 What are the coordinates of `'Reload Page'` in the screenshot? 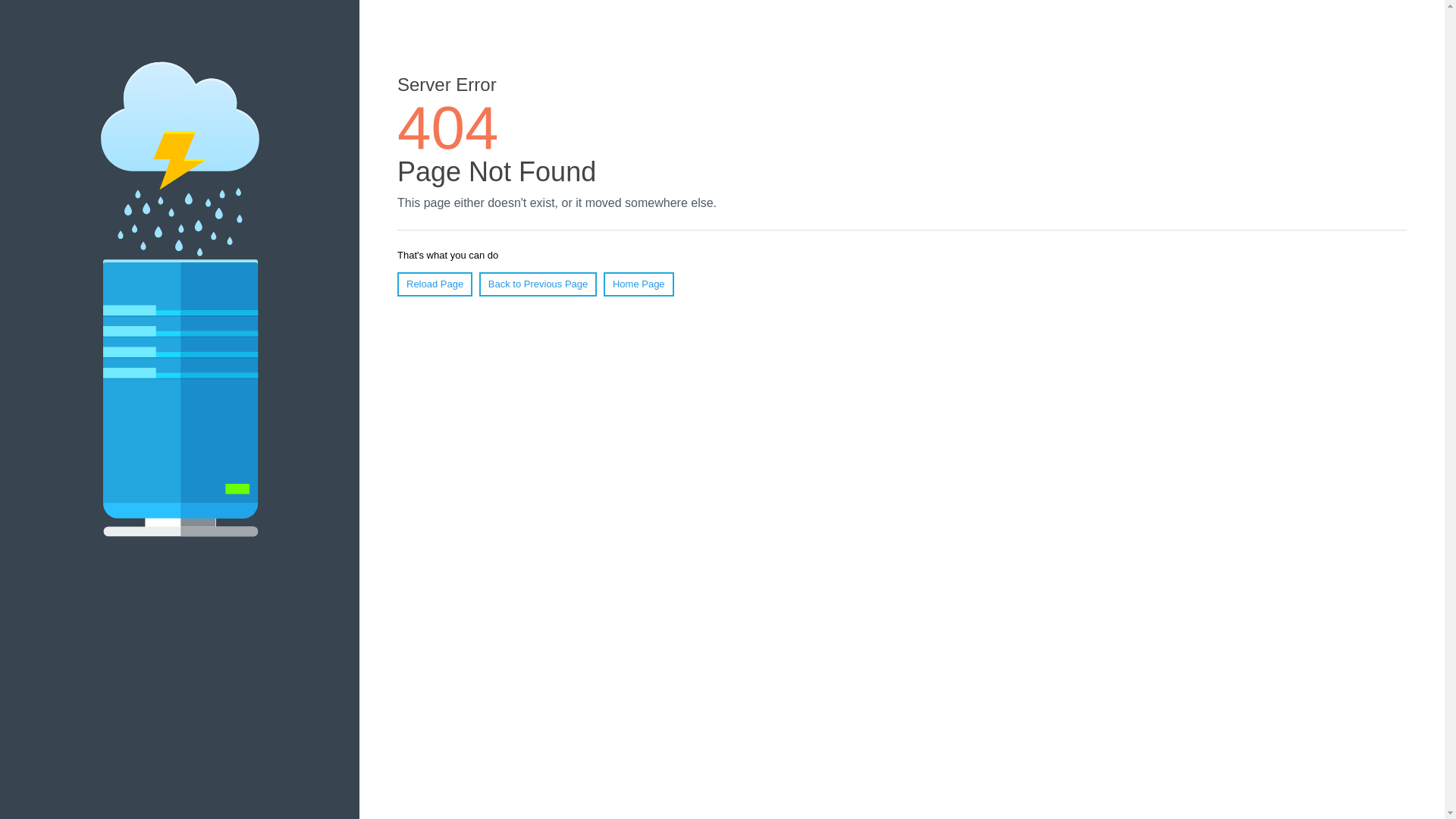 It's located at (434, 284).